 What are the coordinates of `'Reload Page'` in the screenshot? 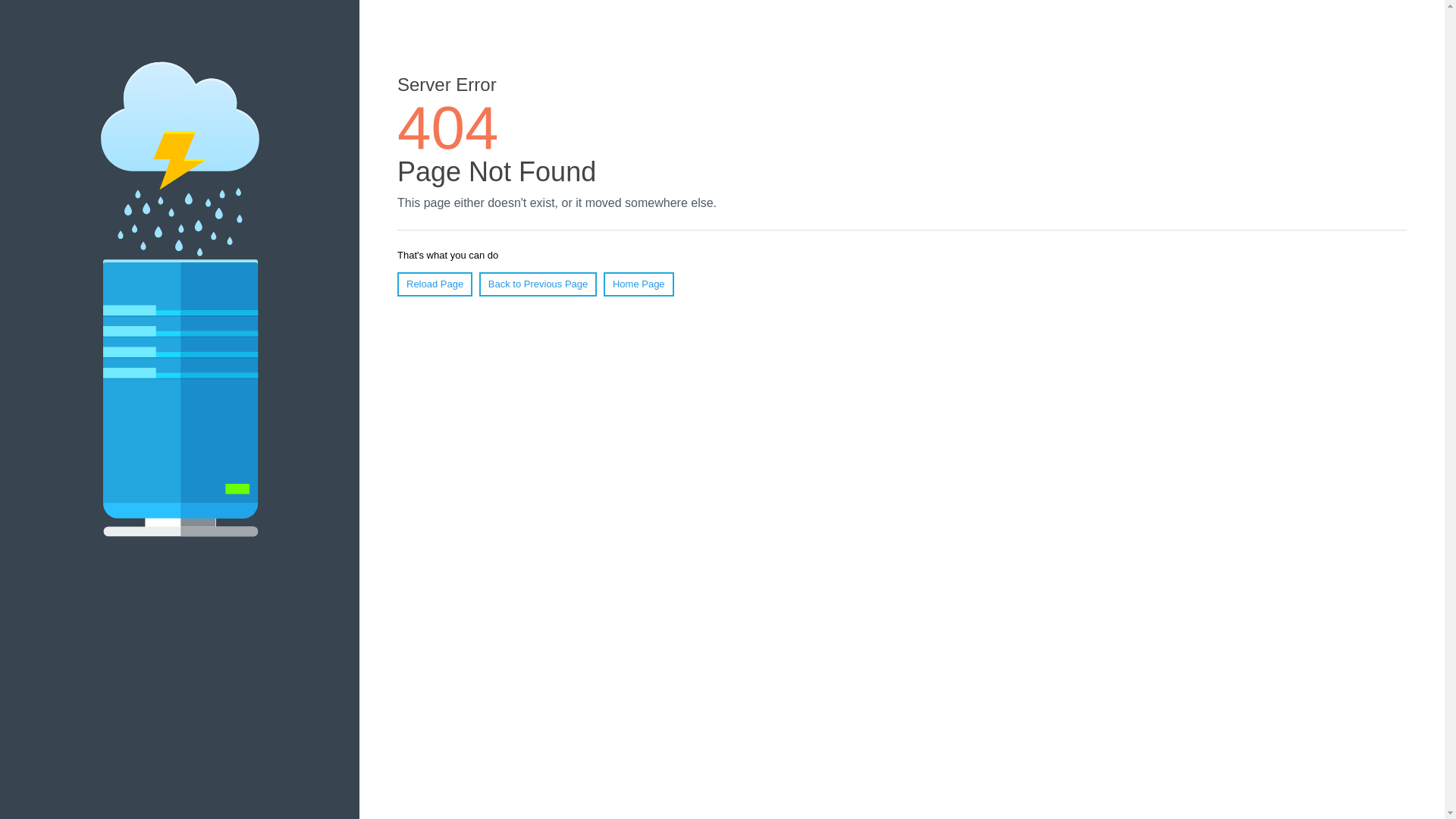 It's located at (434, 284).